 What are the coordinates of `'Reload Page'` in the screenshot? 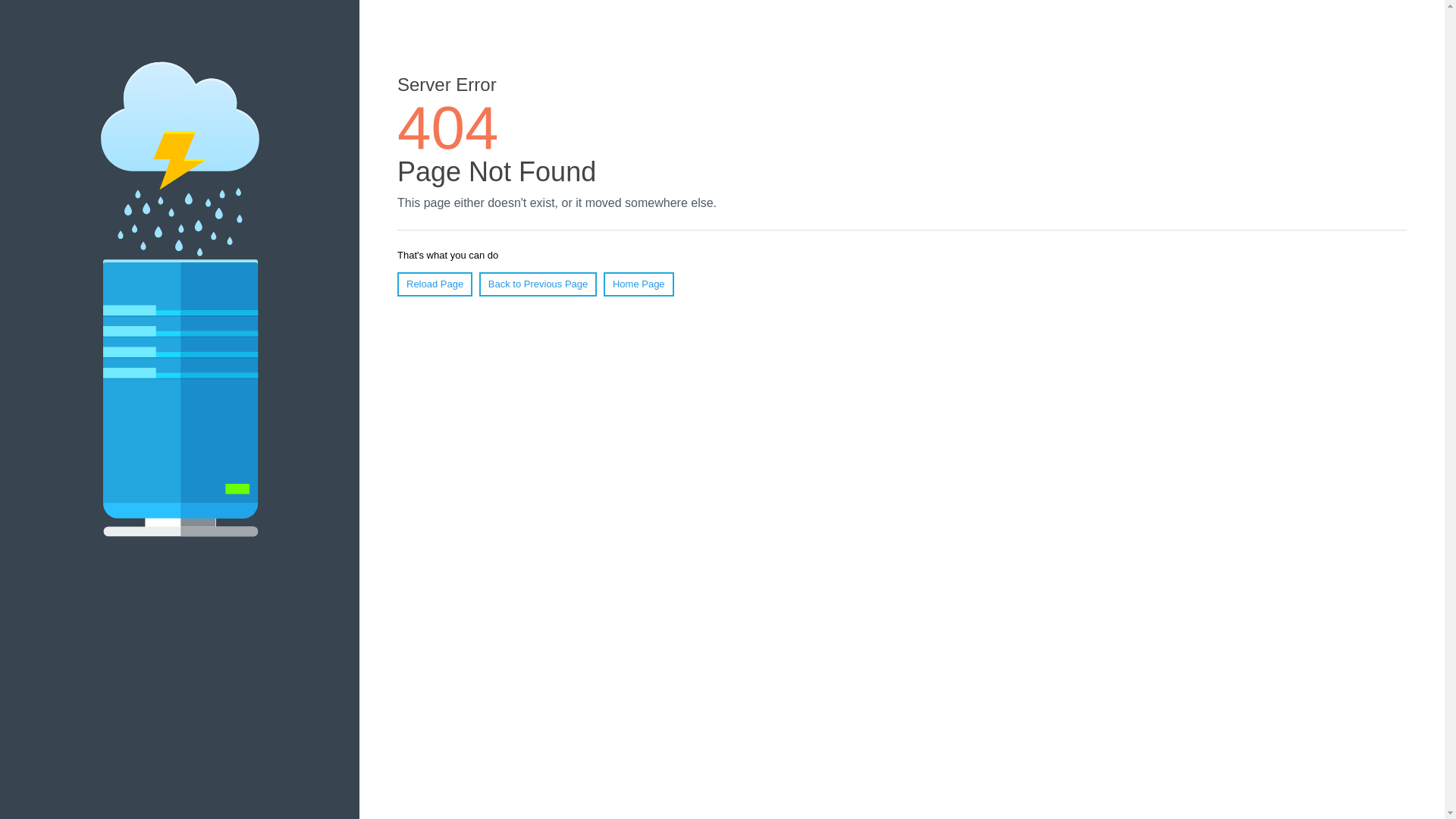 It's located at (434, 284).